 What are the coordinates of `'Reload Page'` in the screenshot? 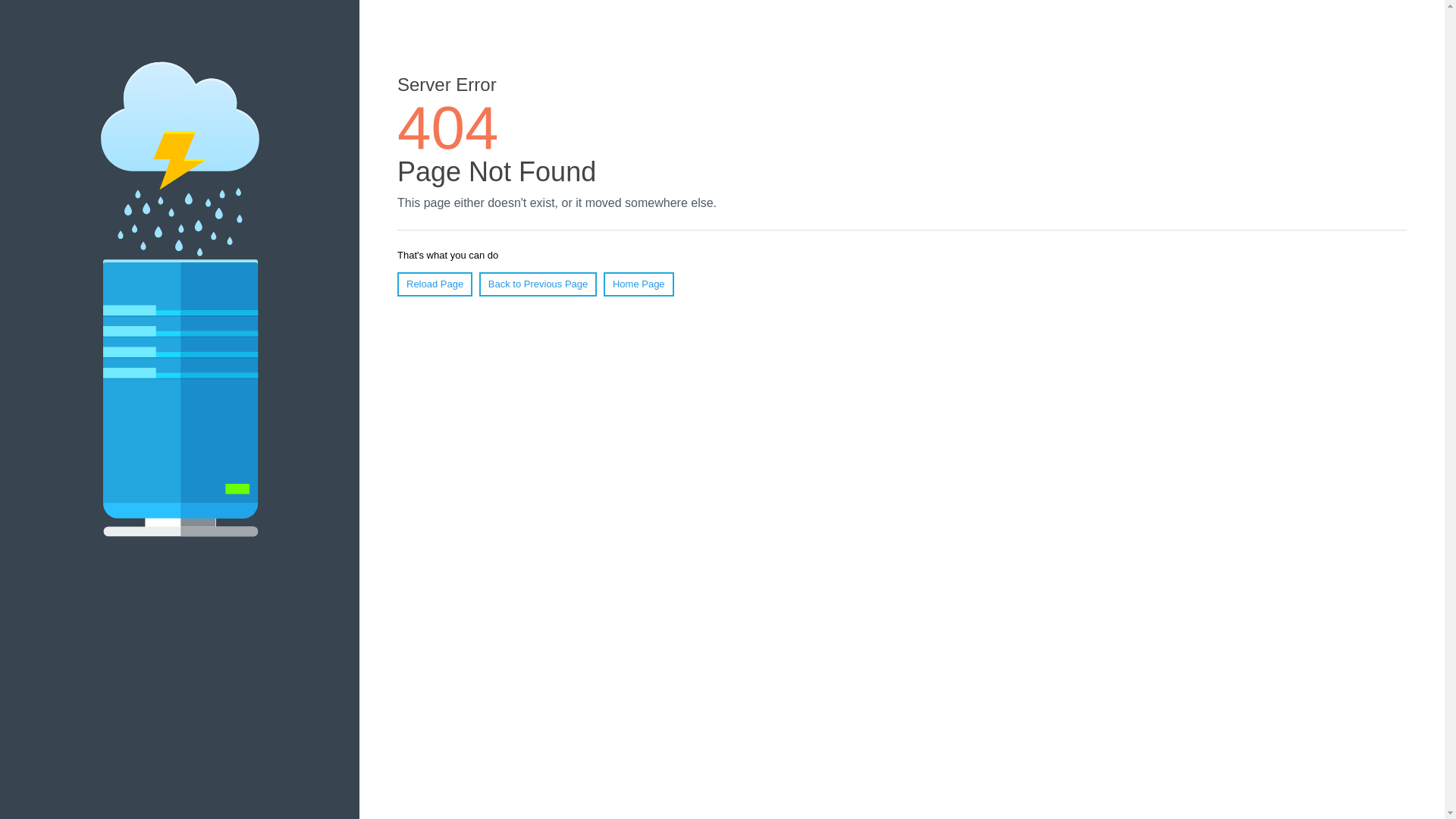 It's located at (434, 284).